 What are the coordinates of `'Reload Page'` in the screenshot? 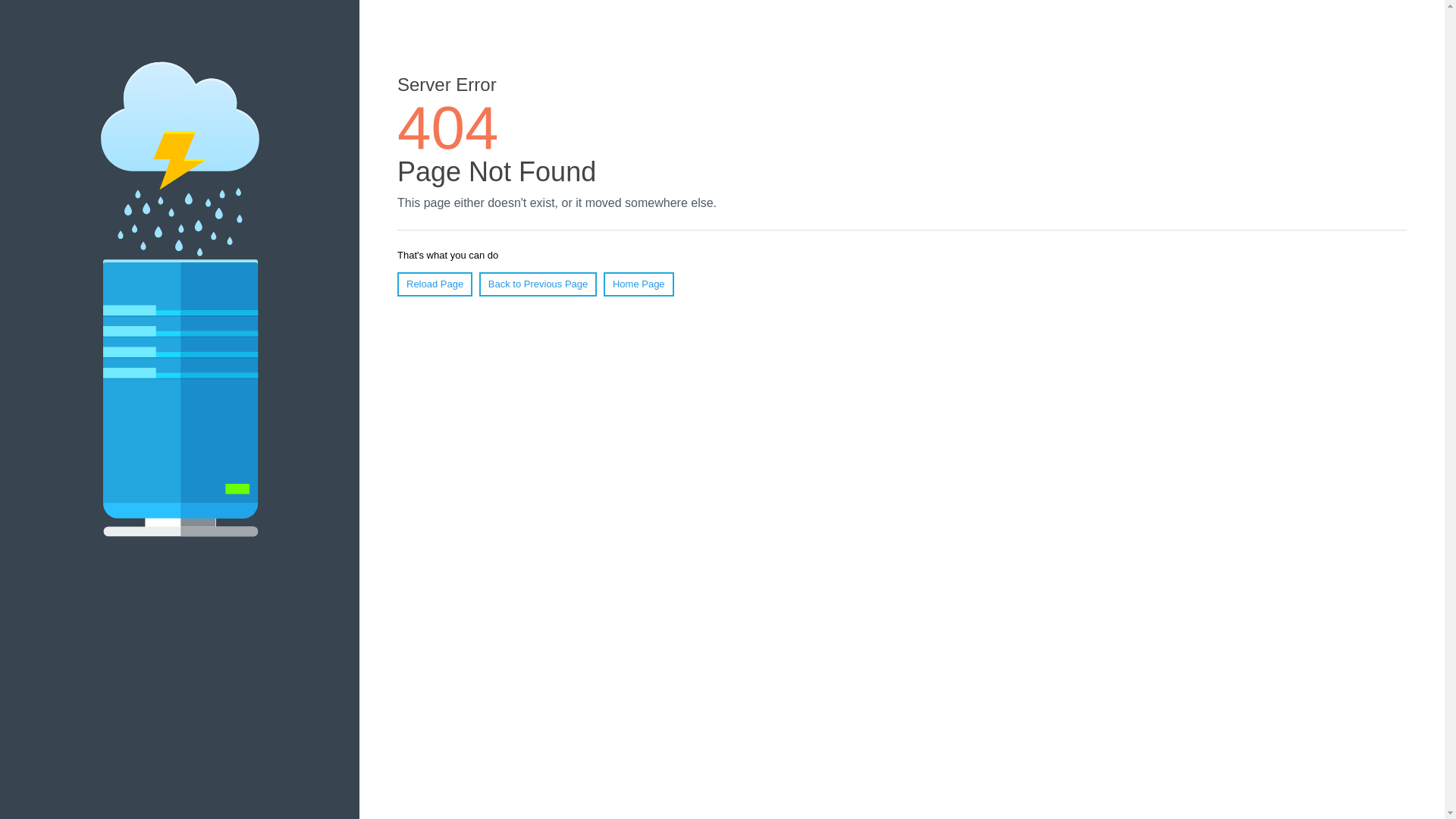 It's located at (434, 284).